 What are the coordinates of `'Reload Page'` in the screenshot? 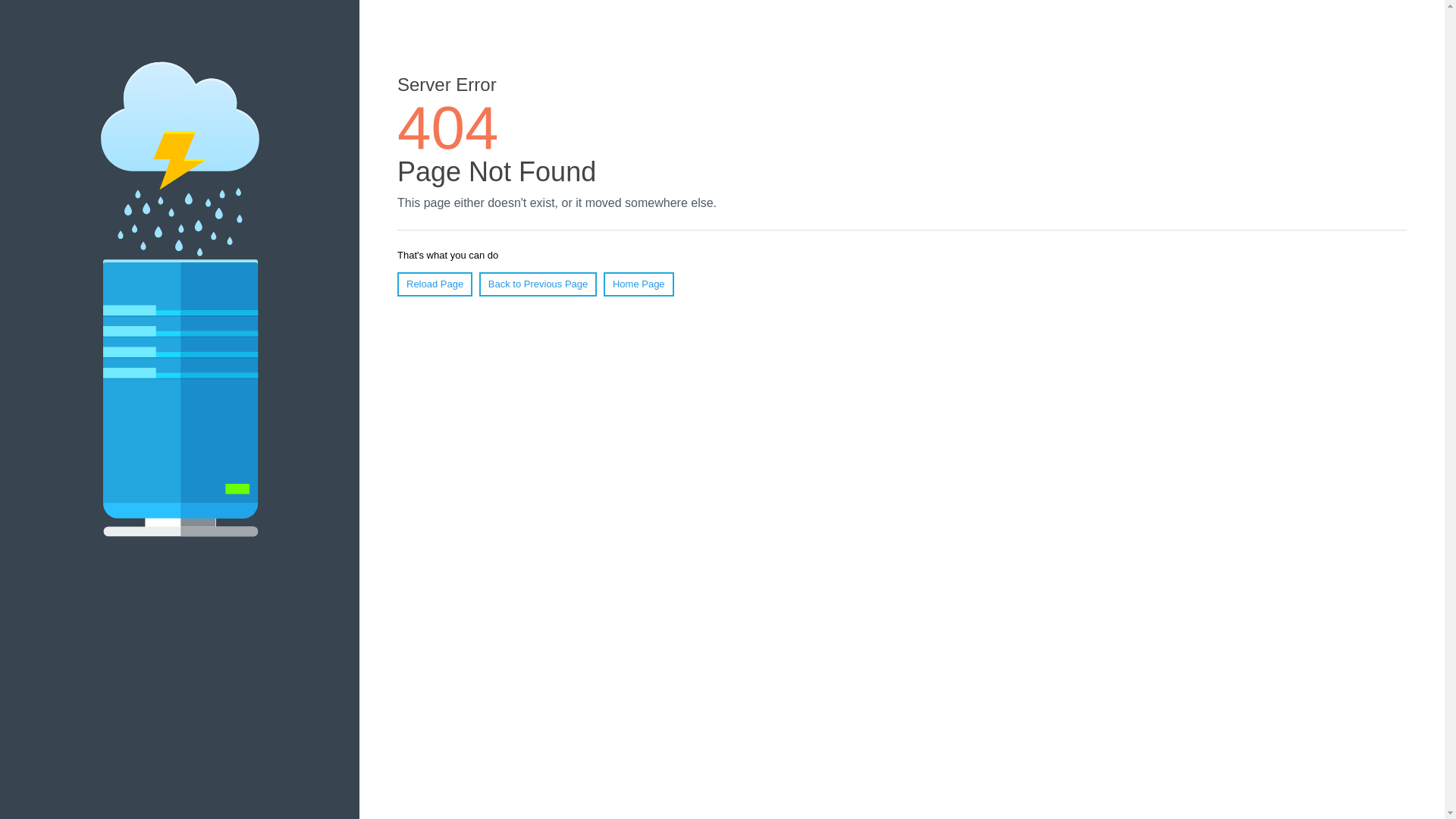 It's located at (434, 284).